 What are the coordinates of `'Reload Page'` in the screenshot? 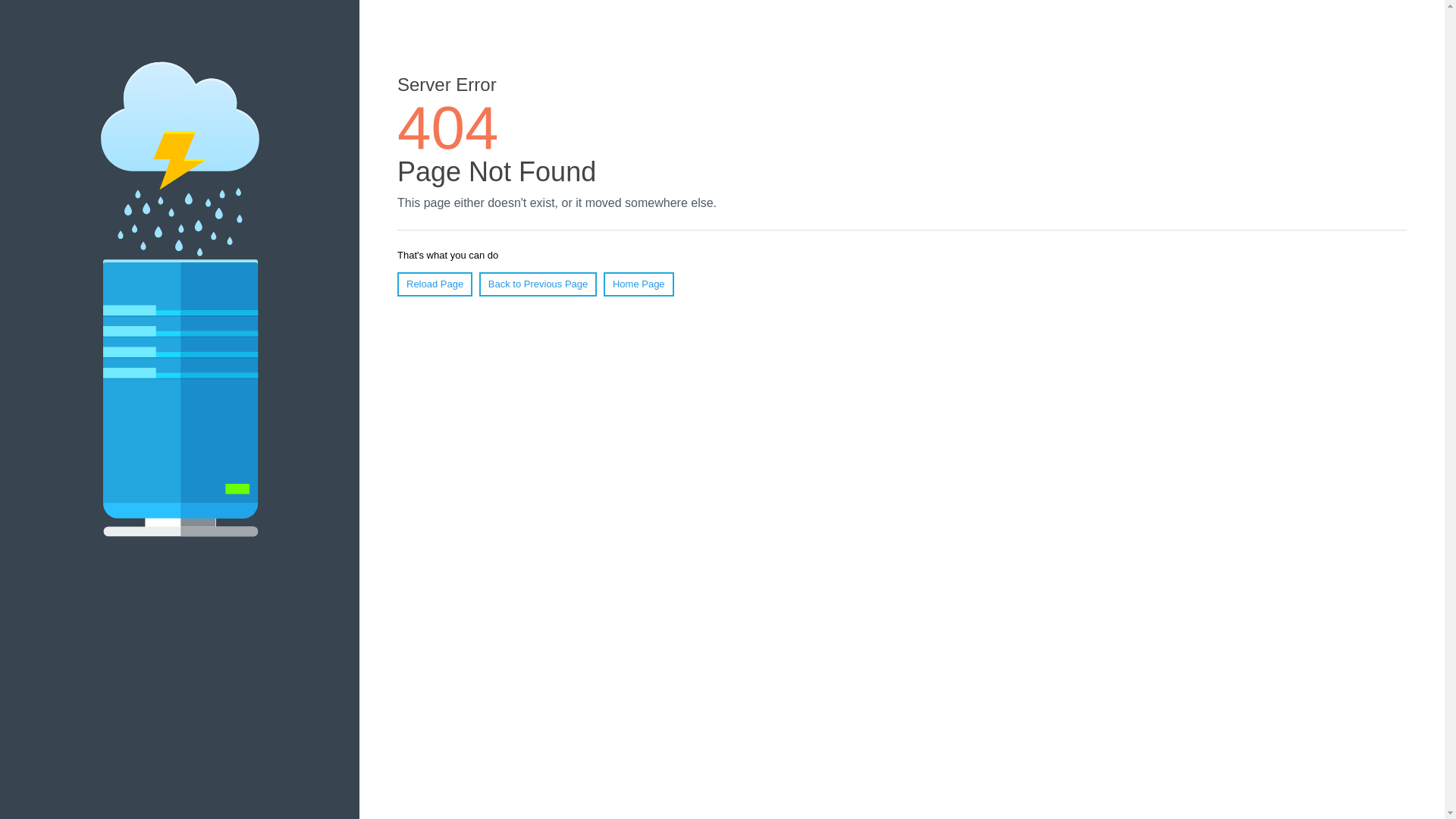 It's located at (434, 284).